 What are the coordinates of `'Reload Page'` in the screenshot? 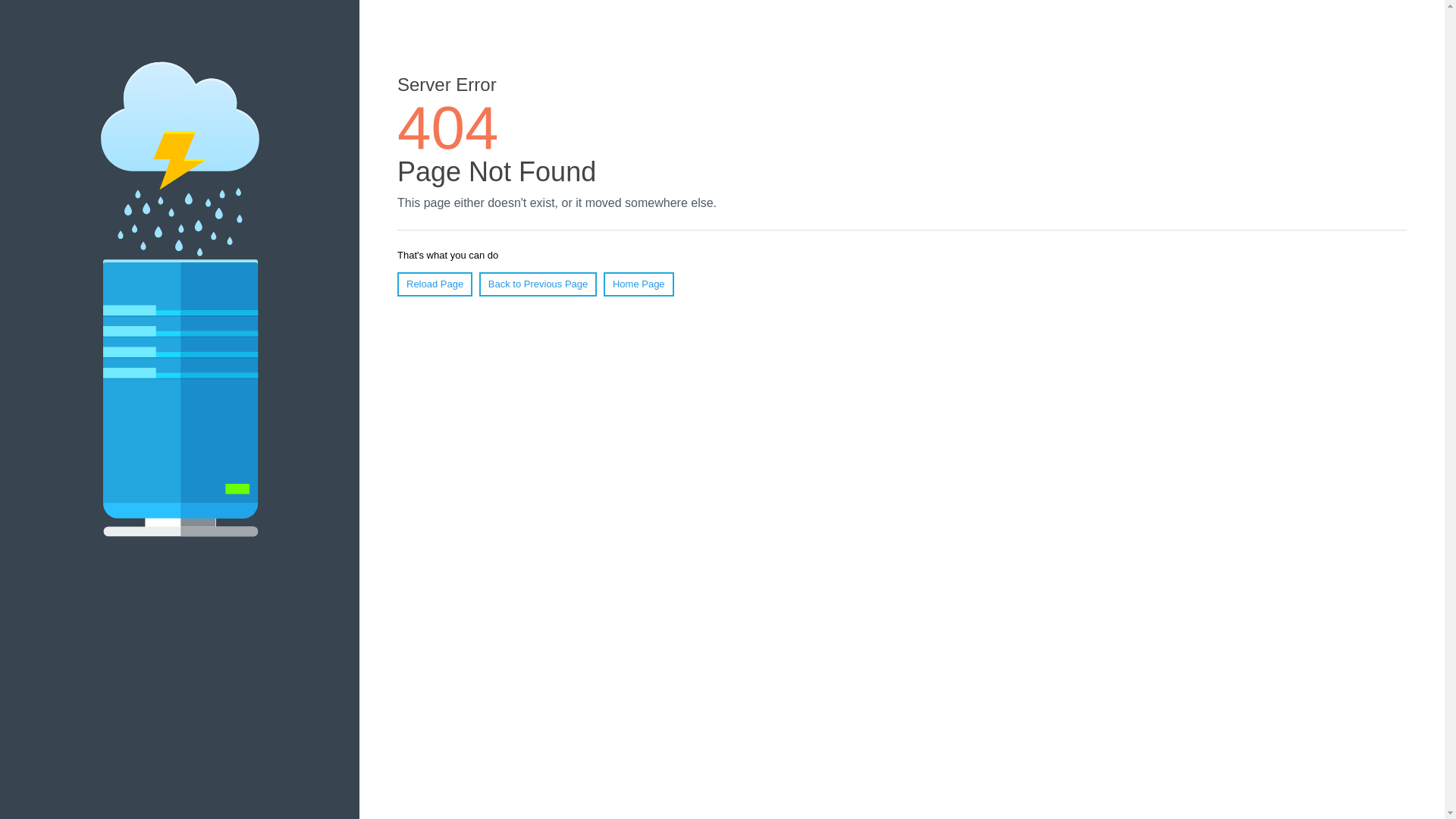 It's located at (434, 284).